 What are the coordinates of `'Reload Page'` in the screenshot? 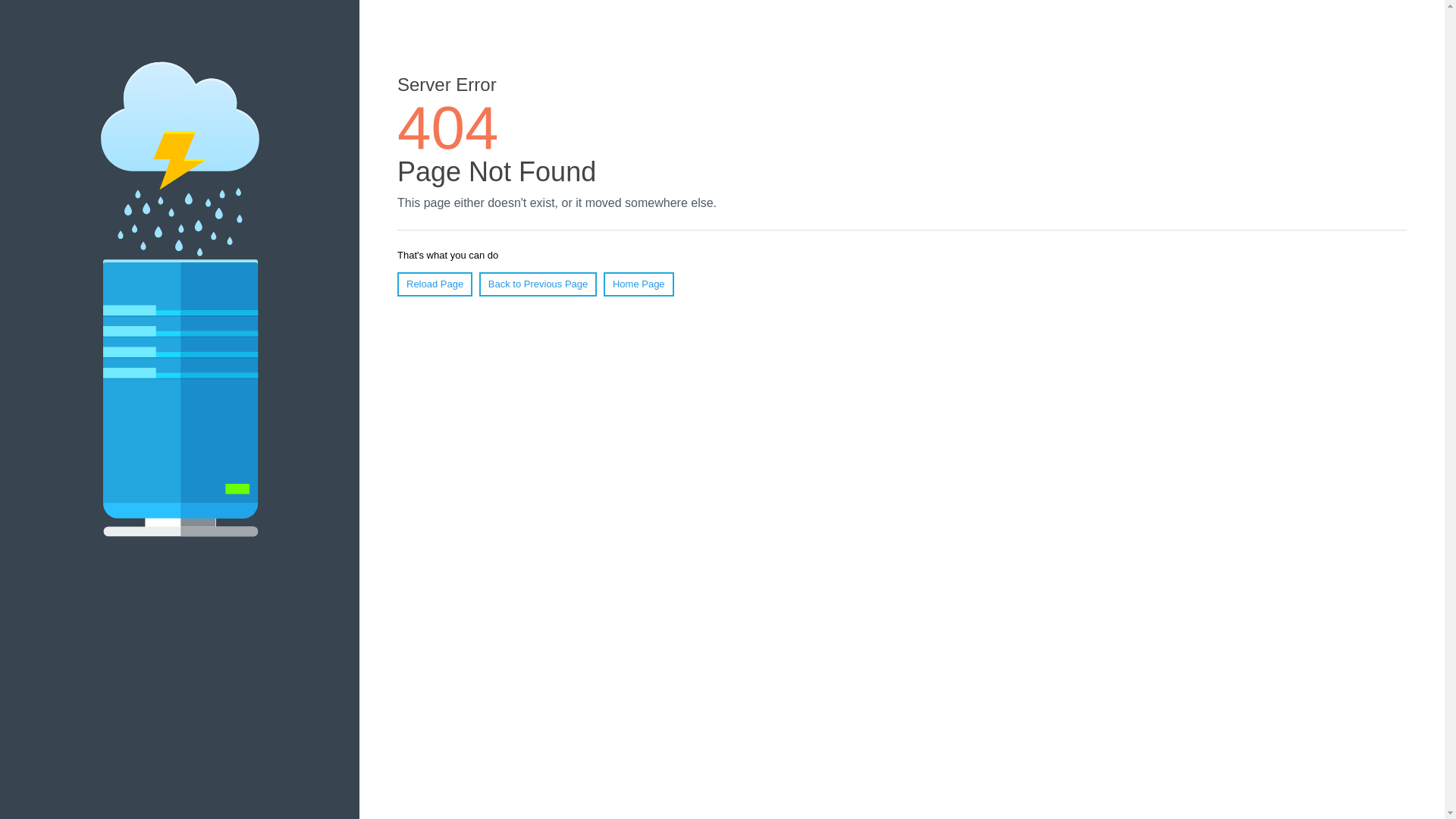 It's located at (434, 284).